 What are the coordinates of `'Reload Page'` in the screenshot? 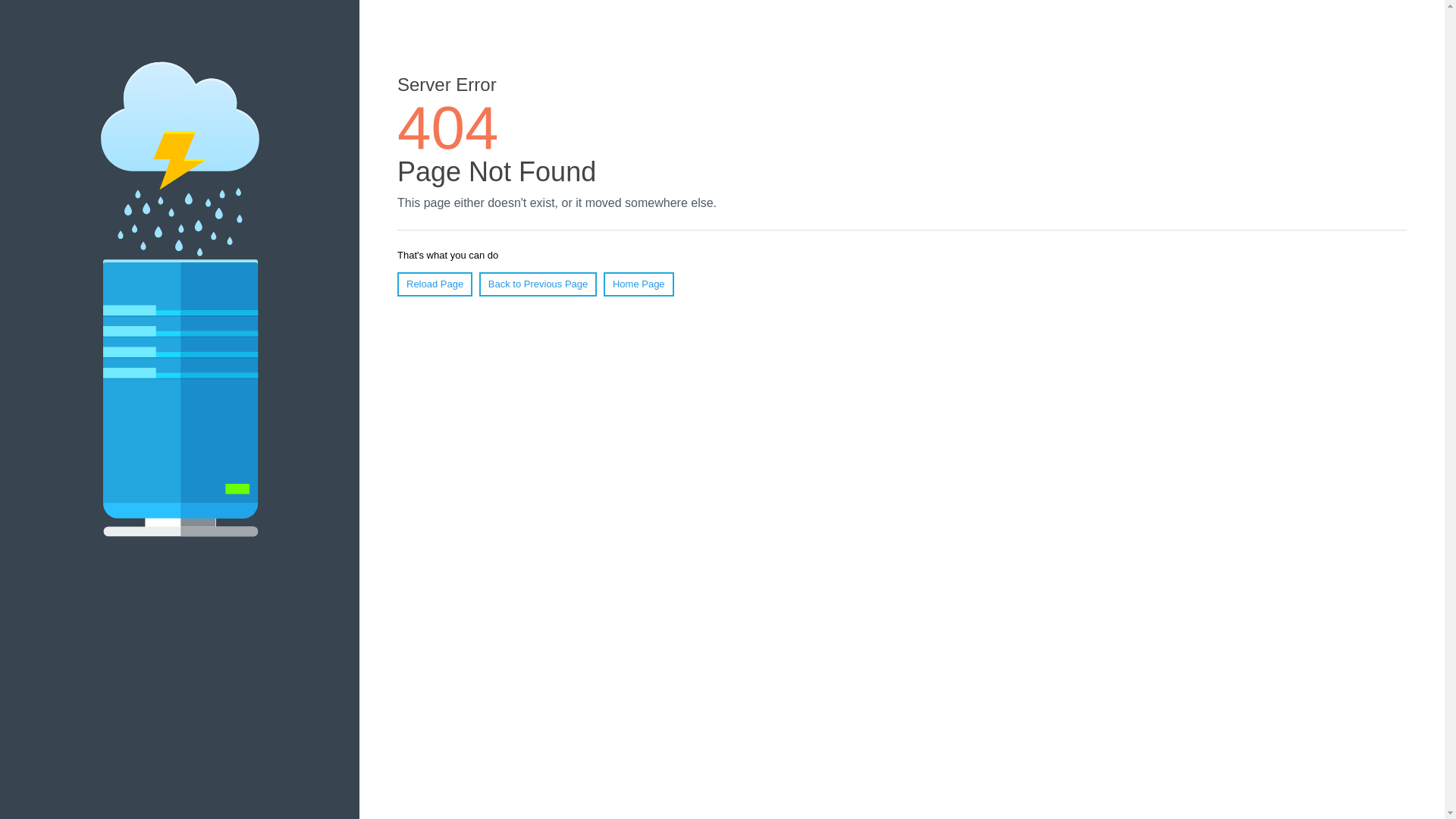 It's located at (434, 284).